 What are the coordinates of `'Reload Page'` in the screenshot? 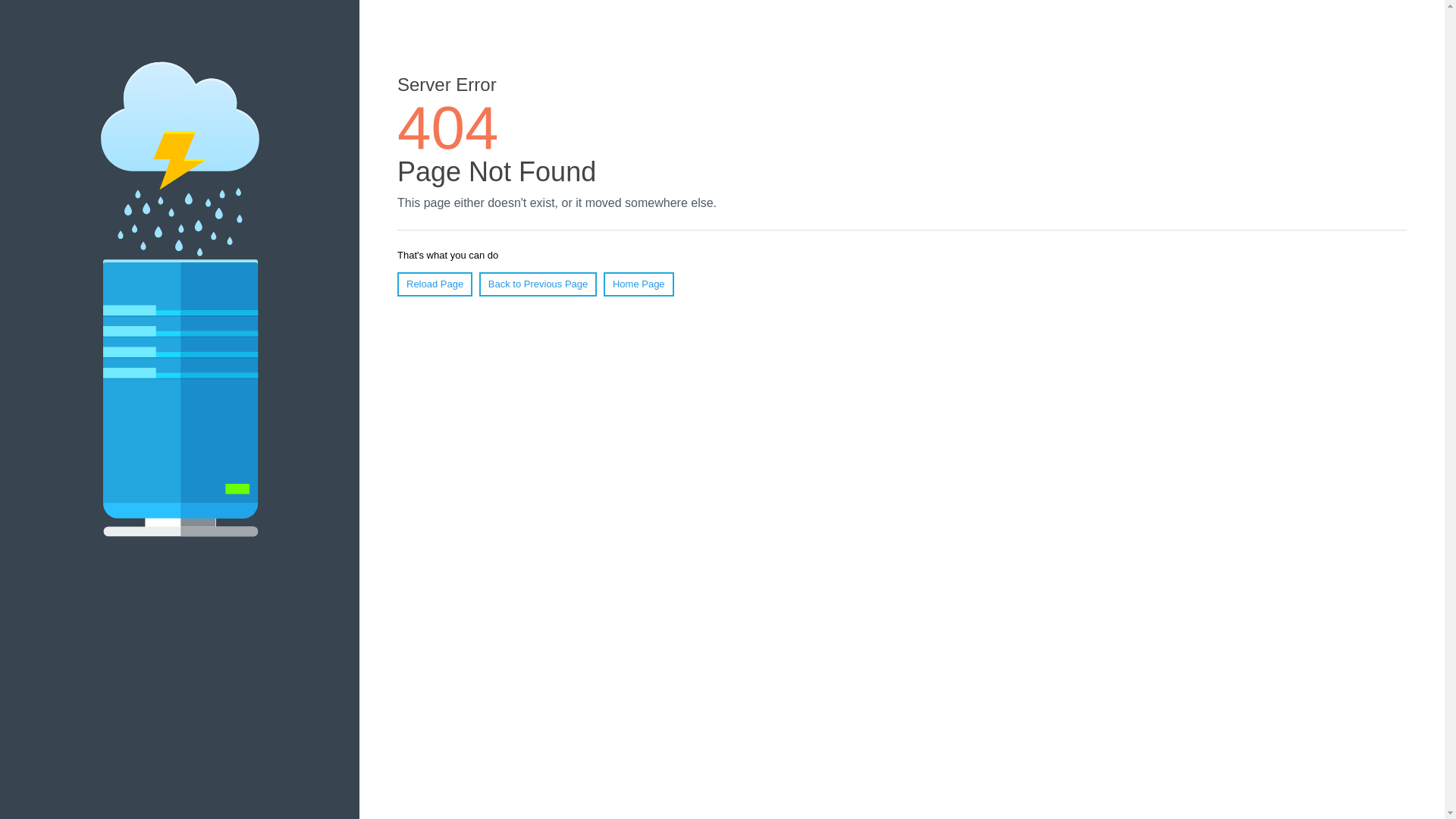 It's located at (434, 284).